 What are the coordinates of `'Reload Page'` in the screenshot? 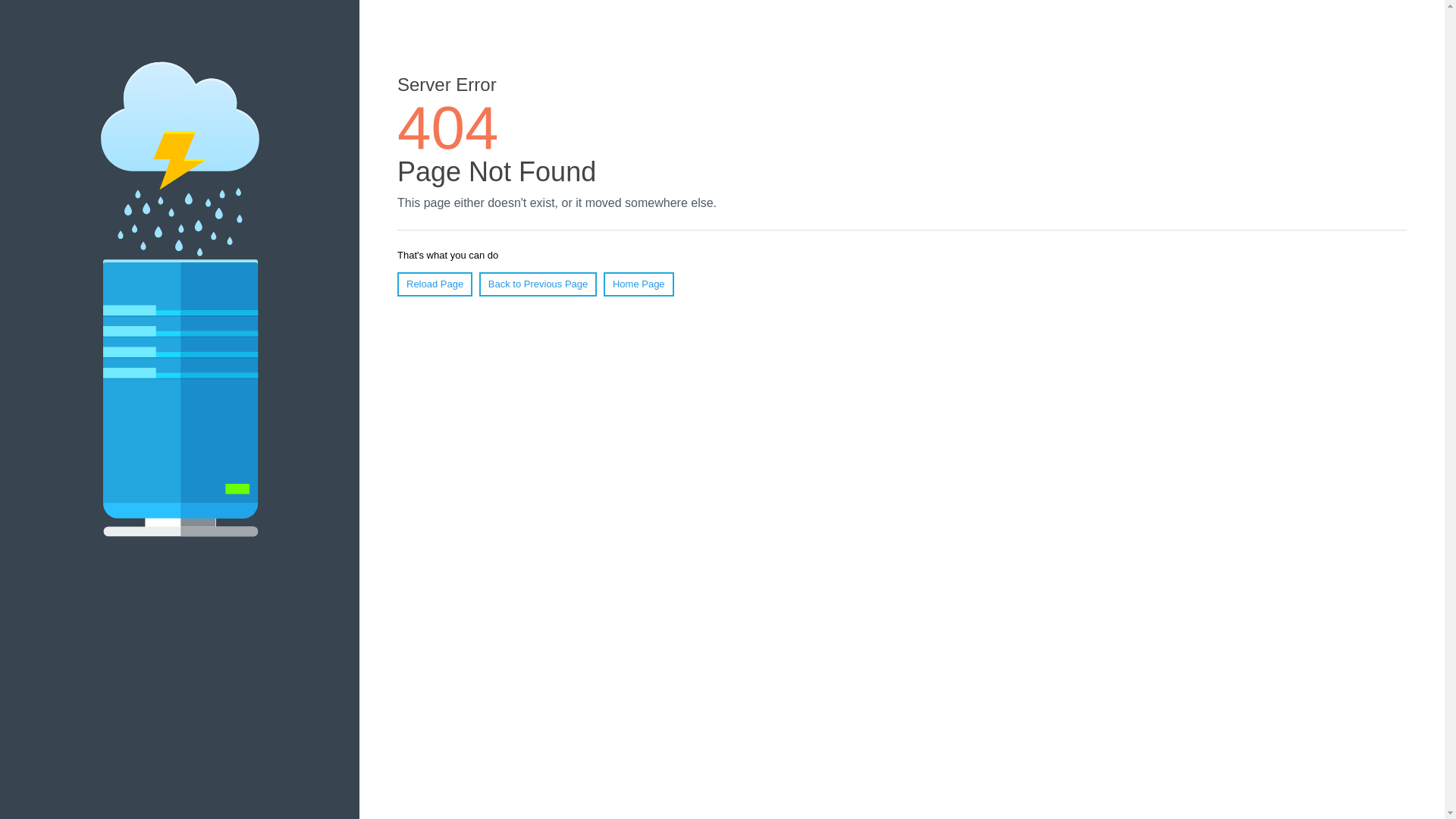 It's located at (434, 284).